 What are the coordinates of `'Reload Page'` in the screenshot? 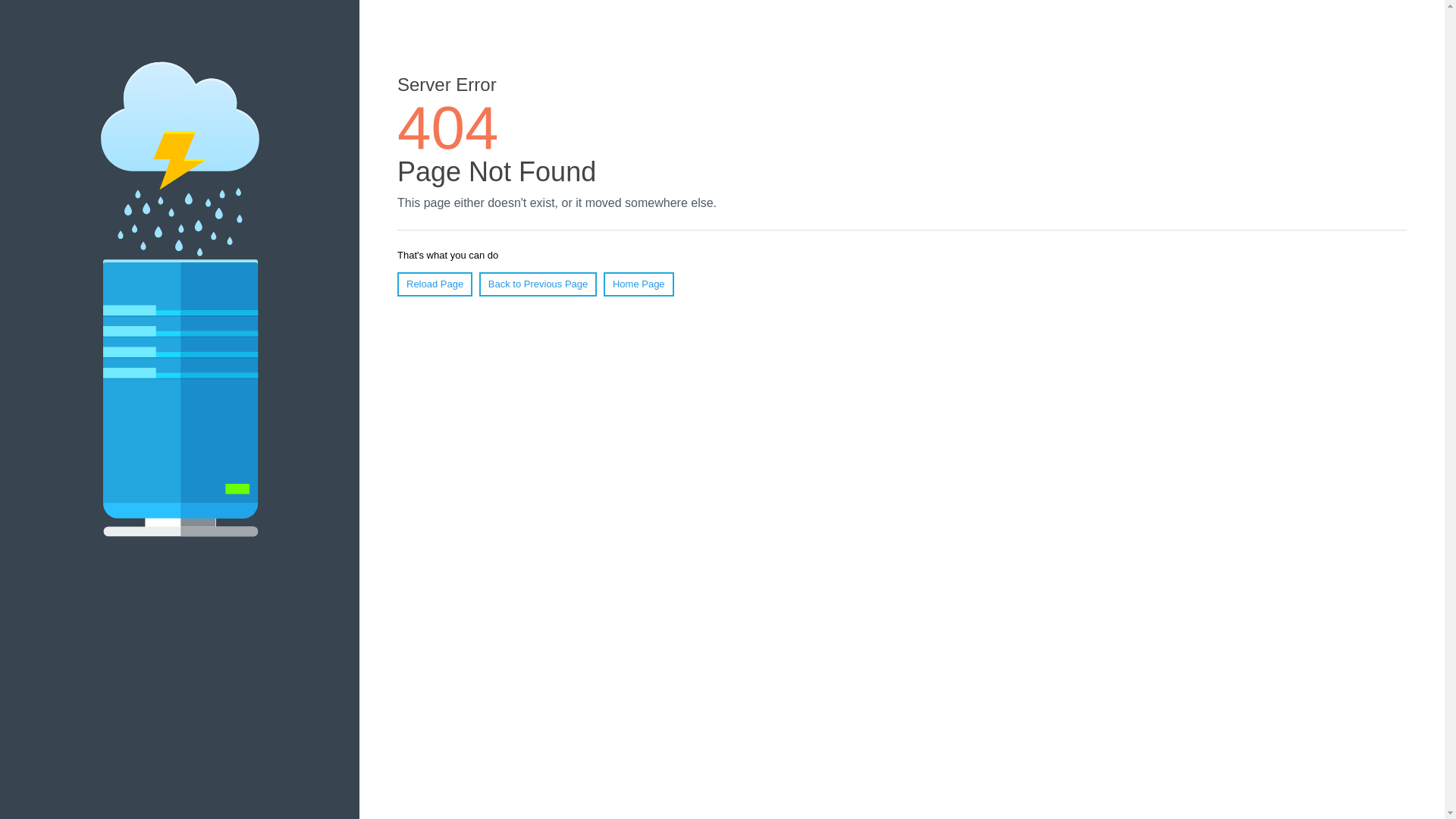 It's located at (434, 284).